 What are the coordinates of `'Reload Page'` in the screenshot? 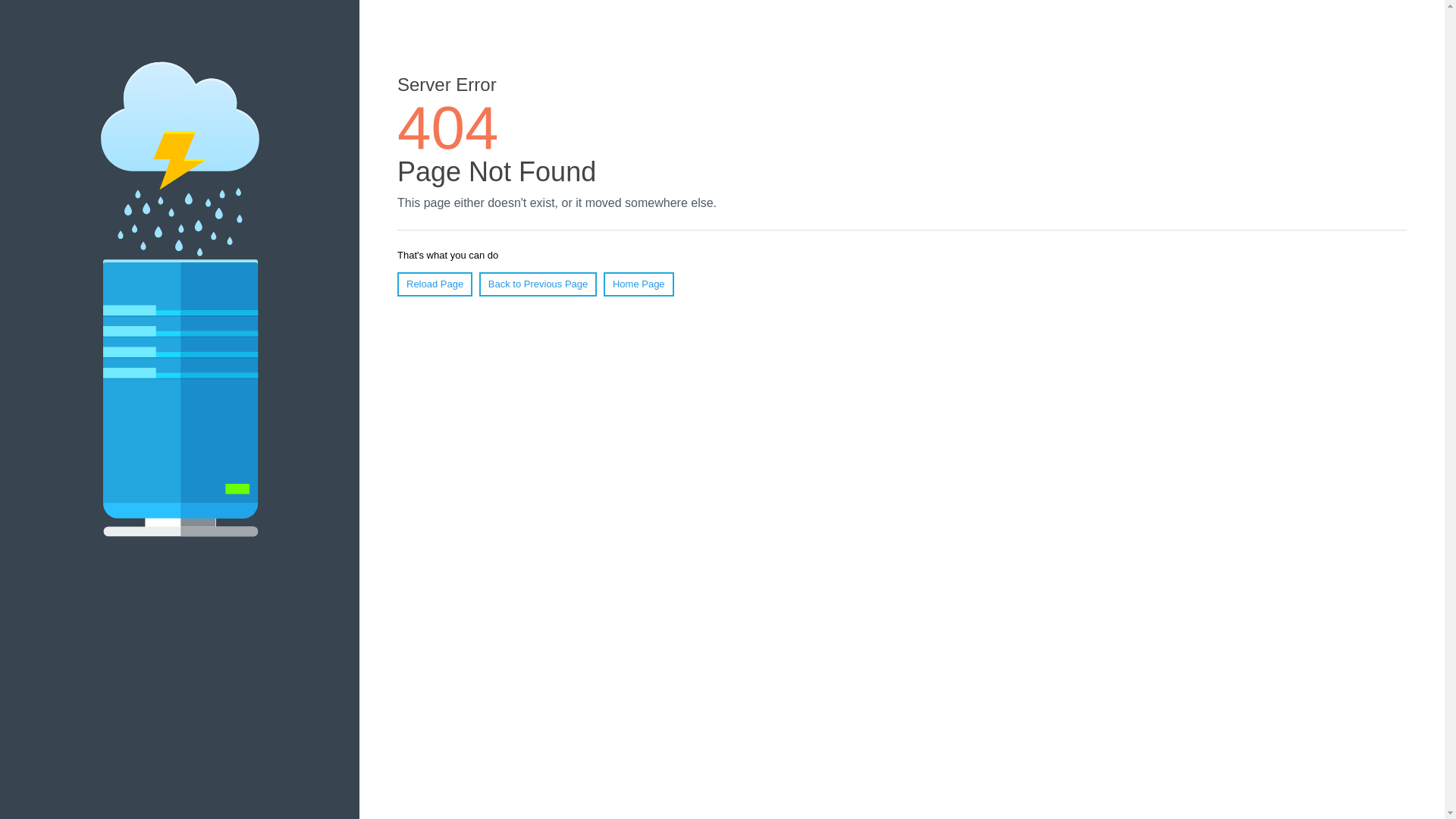 It's located at (434, 284).